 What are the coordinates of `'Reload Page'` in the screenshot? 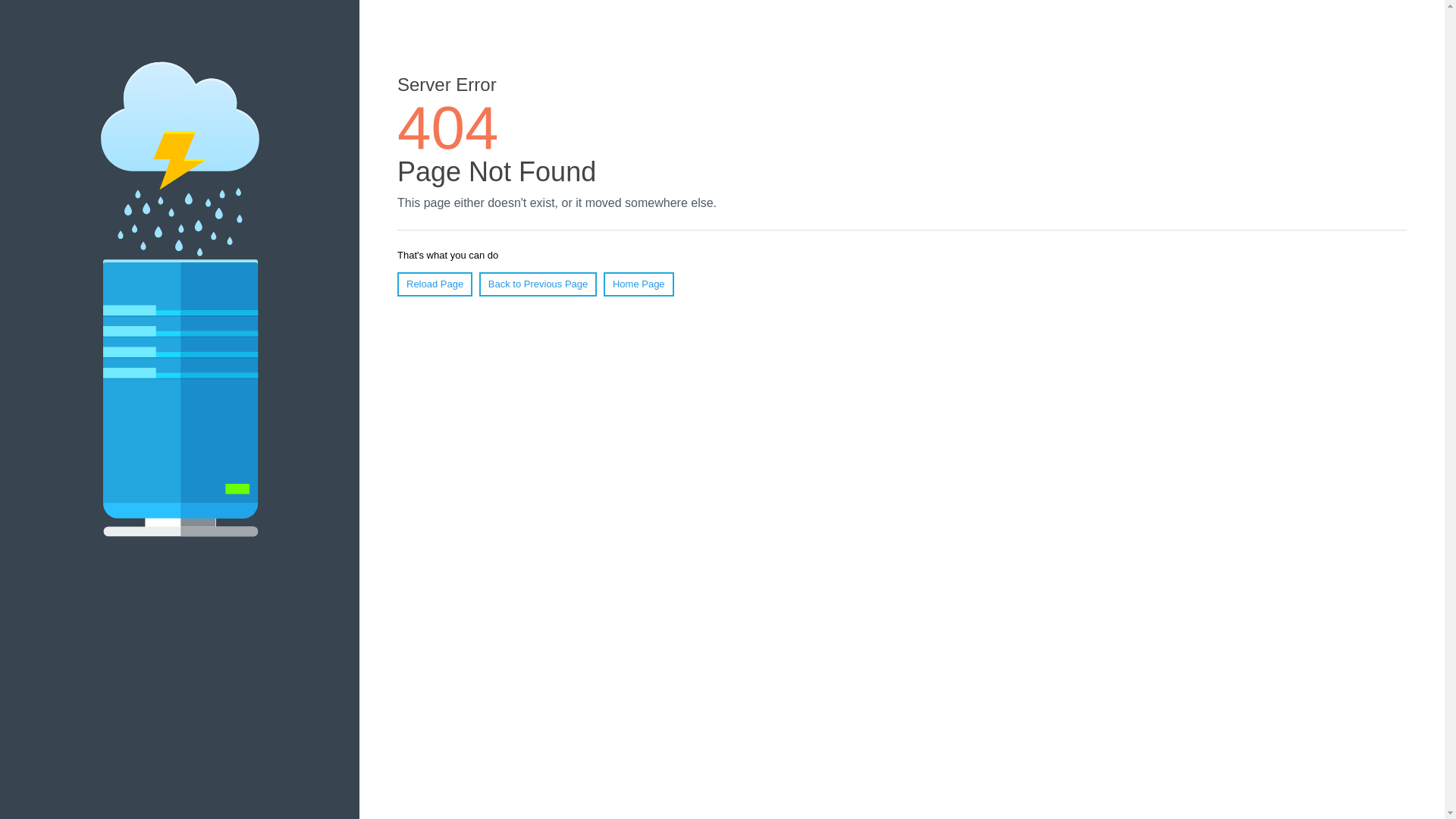 It's located at (434, 284).